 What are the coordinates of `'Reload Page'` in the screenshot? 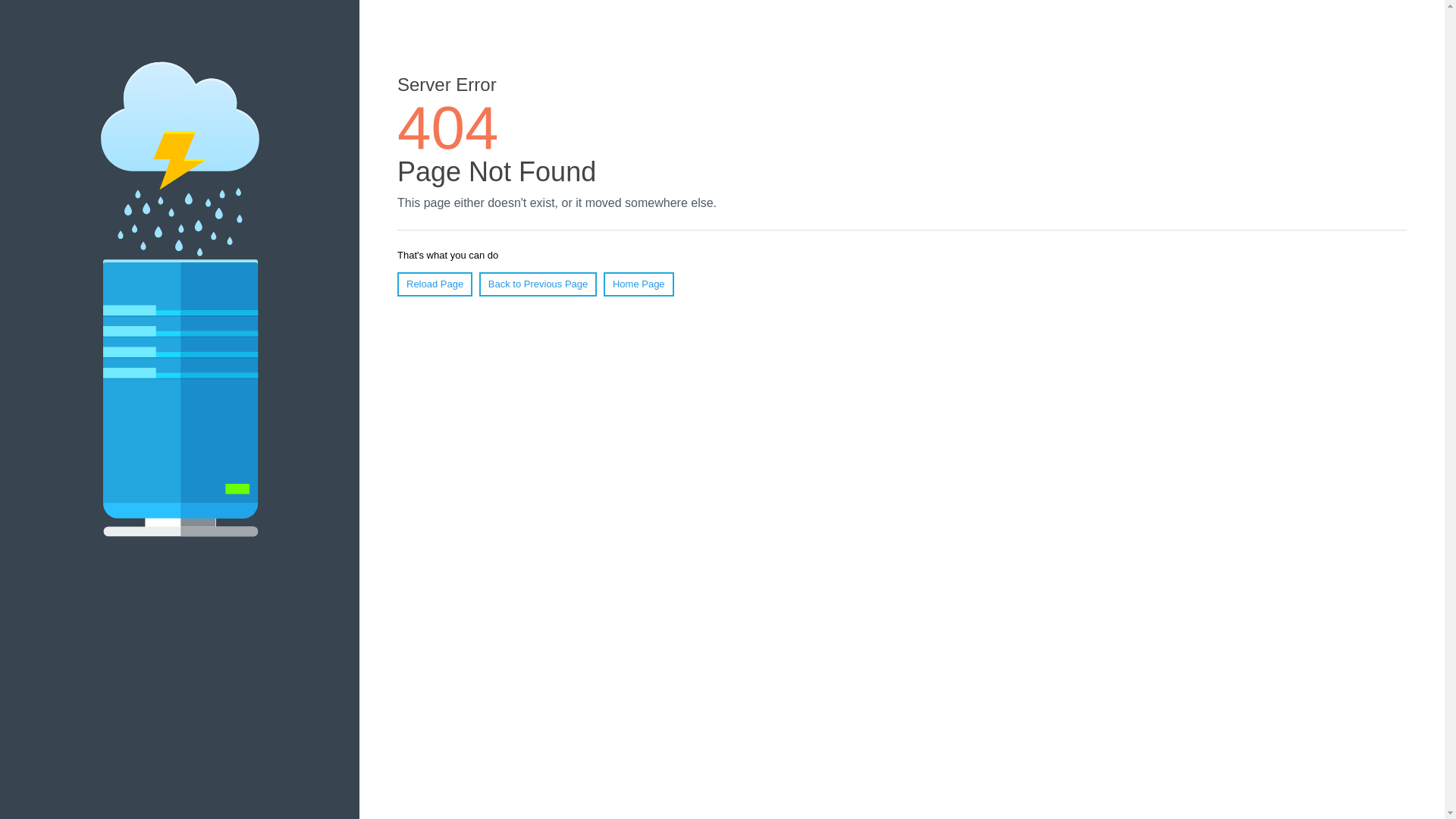 It's located at (434, 284).